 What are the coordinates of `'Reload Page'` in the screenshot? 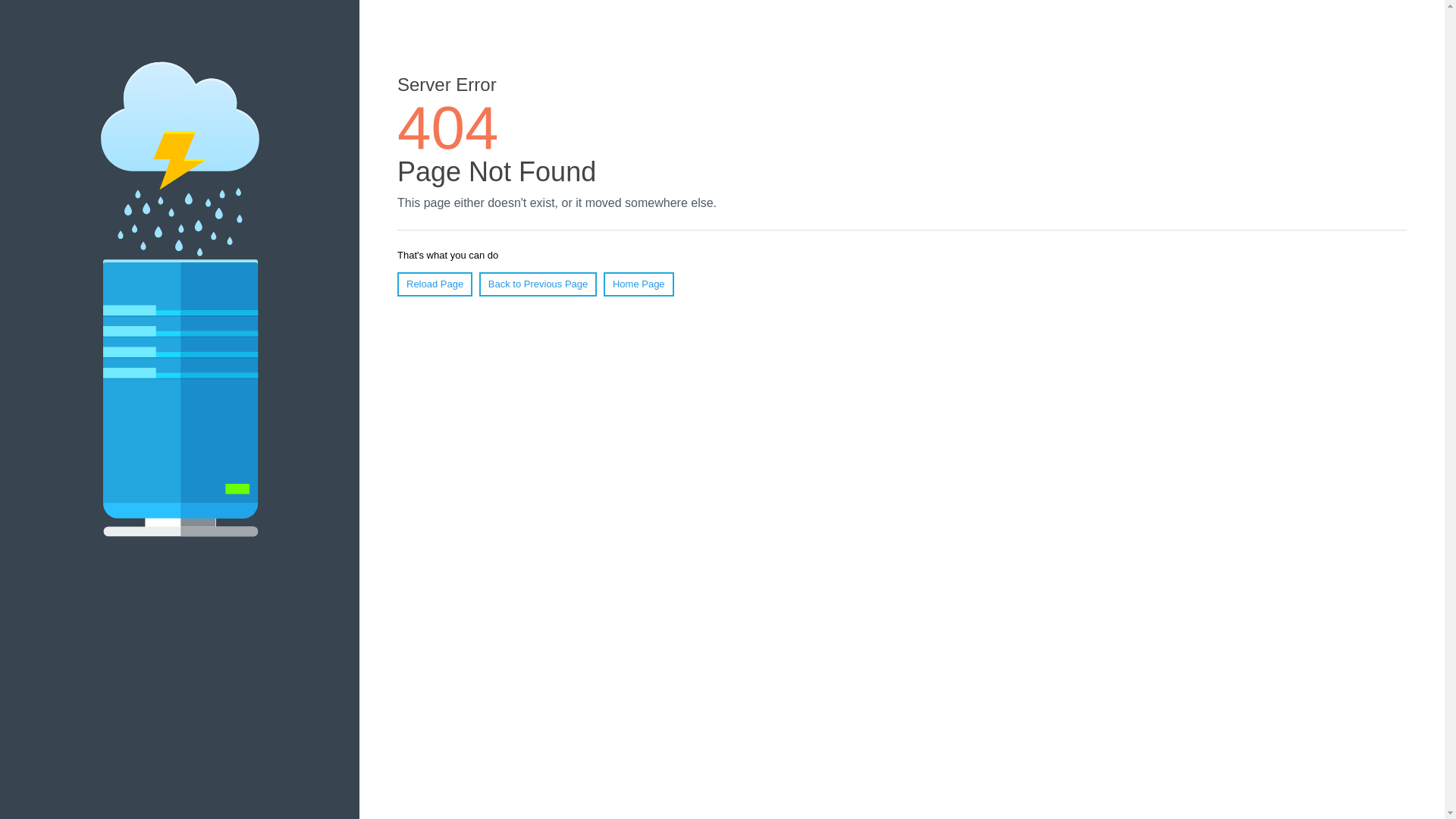 It's located at (434, 284).